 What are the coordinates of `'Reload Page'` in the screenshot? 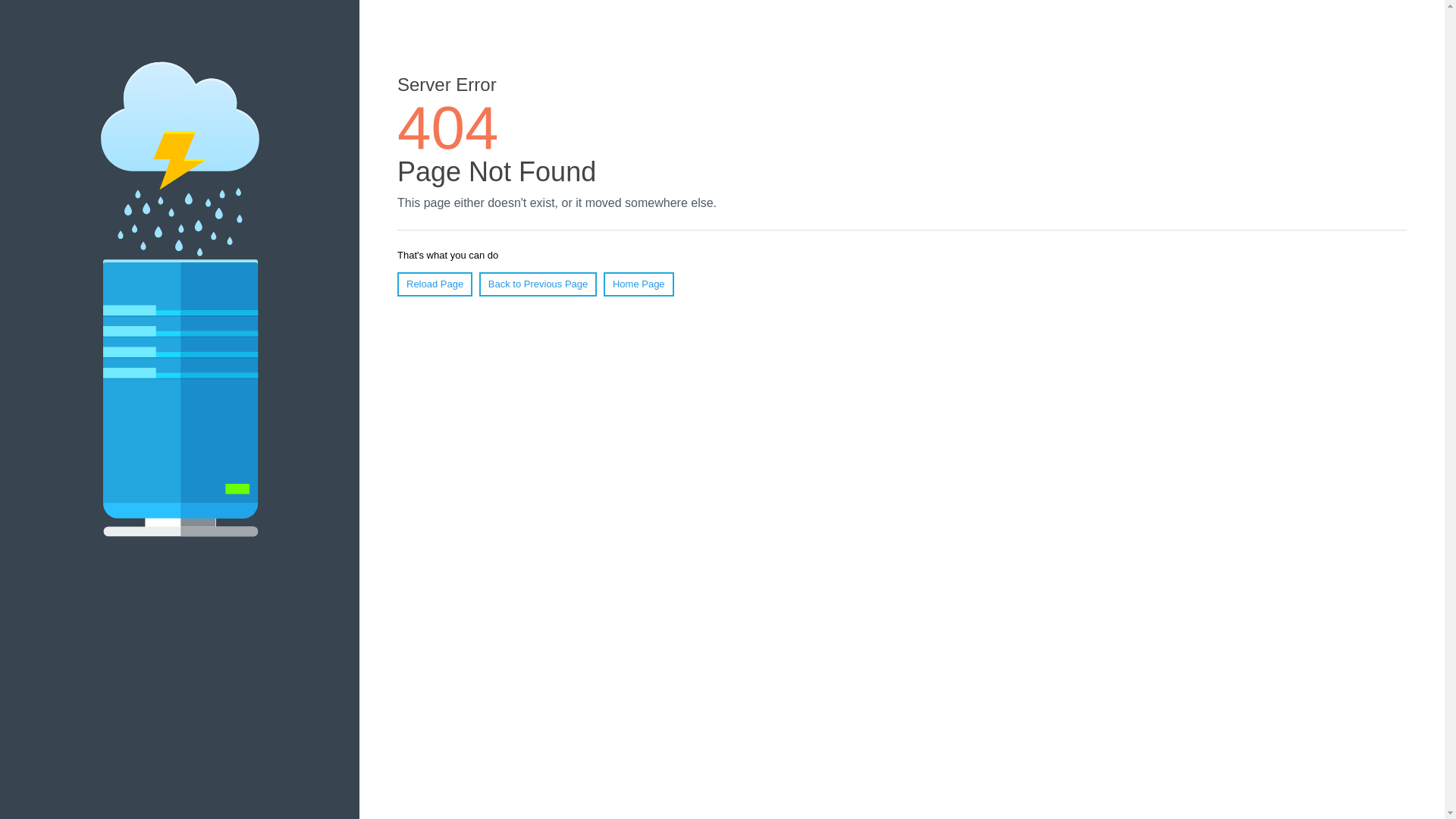 It's located at (434, 284).